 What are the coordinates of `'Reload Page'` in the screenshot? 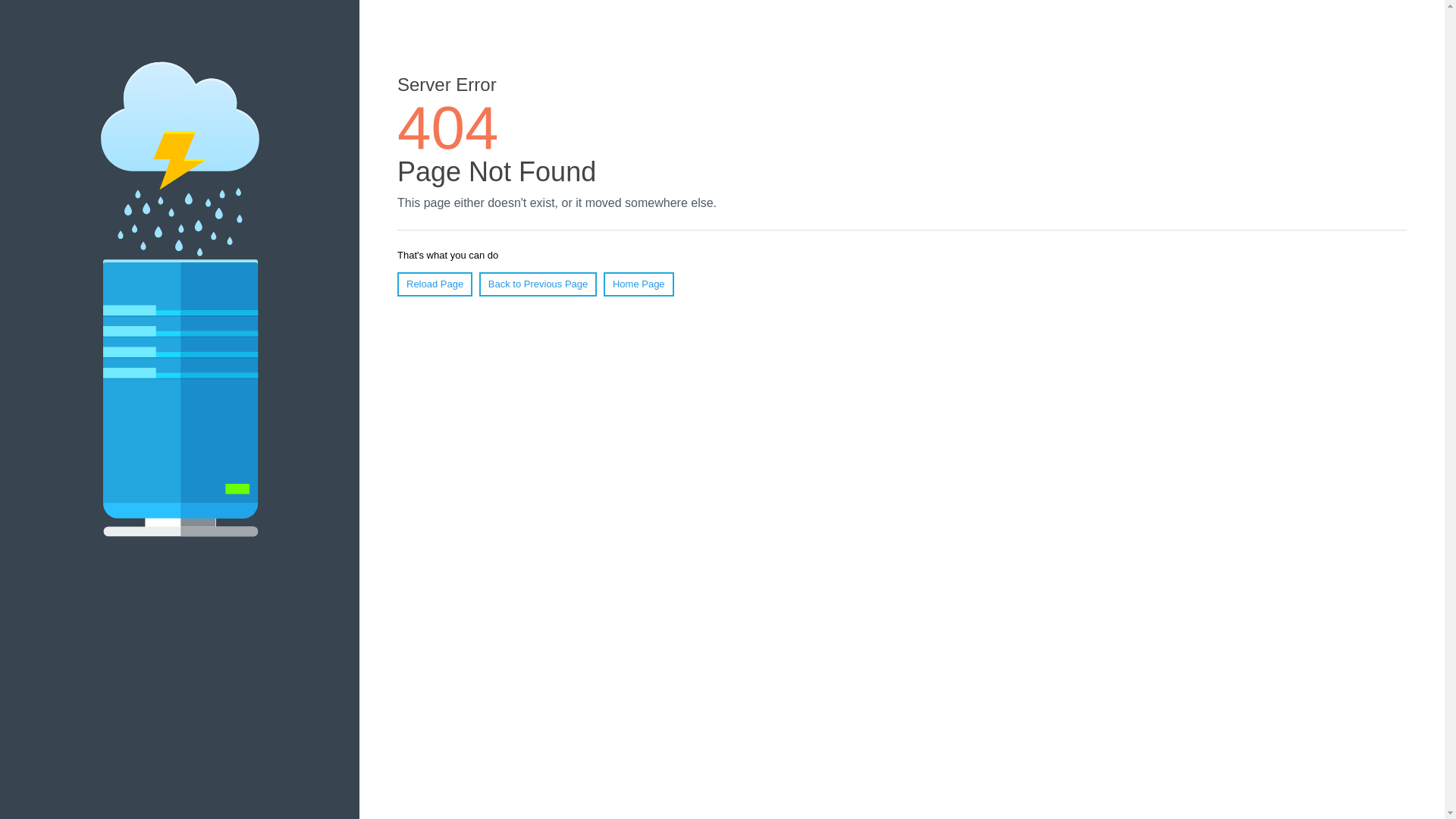 It's located at (434, 284).